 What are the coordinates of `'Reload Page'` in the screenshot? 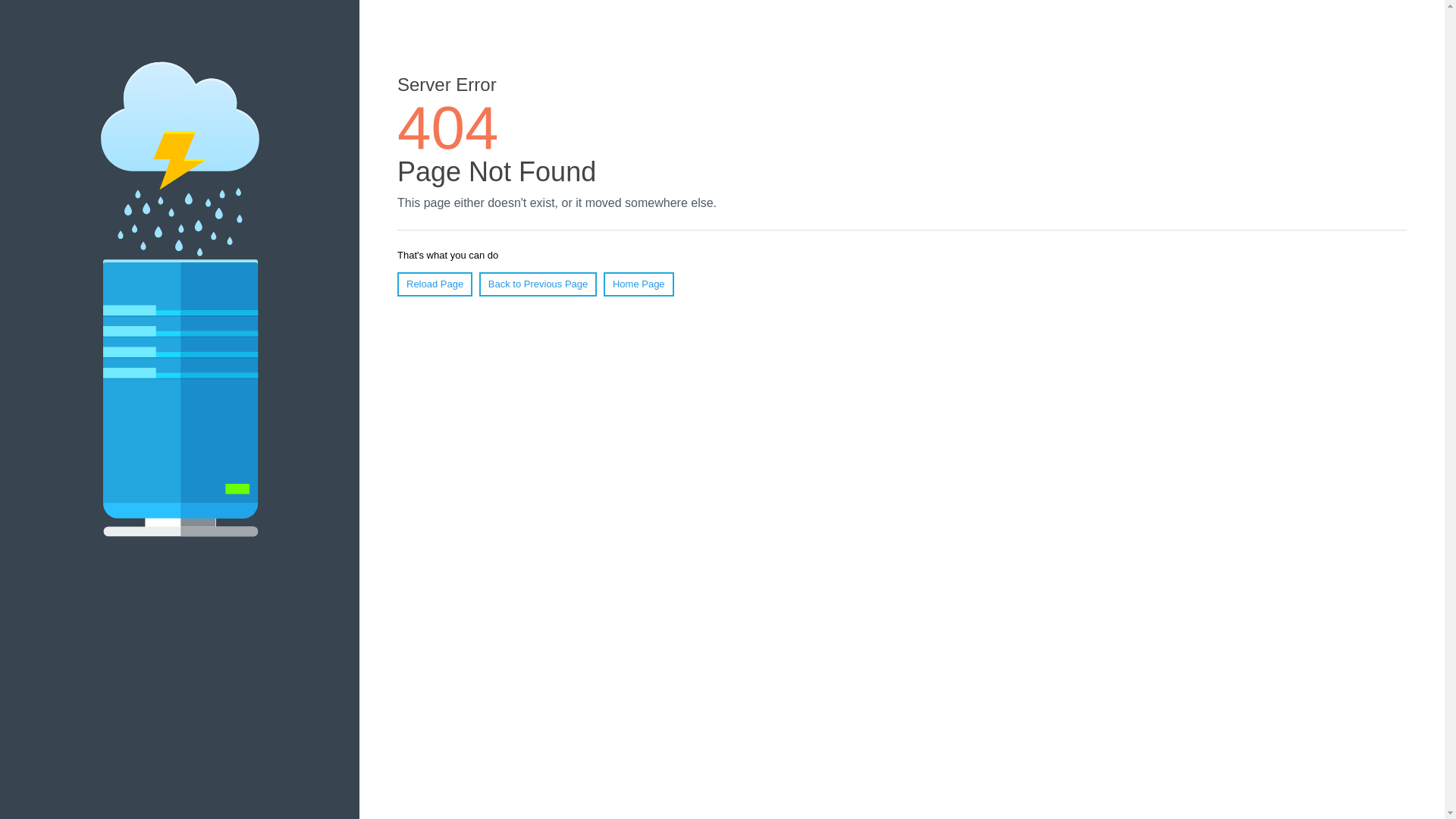 It's located at (434, 284).